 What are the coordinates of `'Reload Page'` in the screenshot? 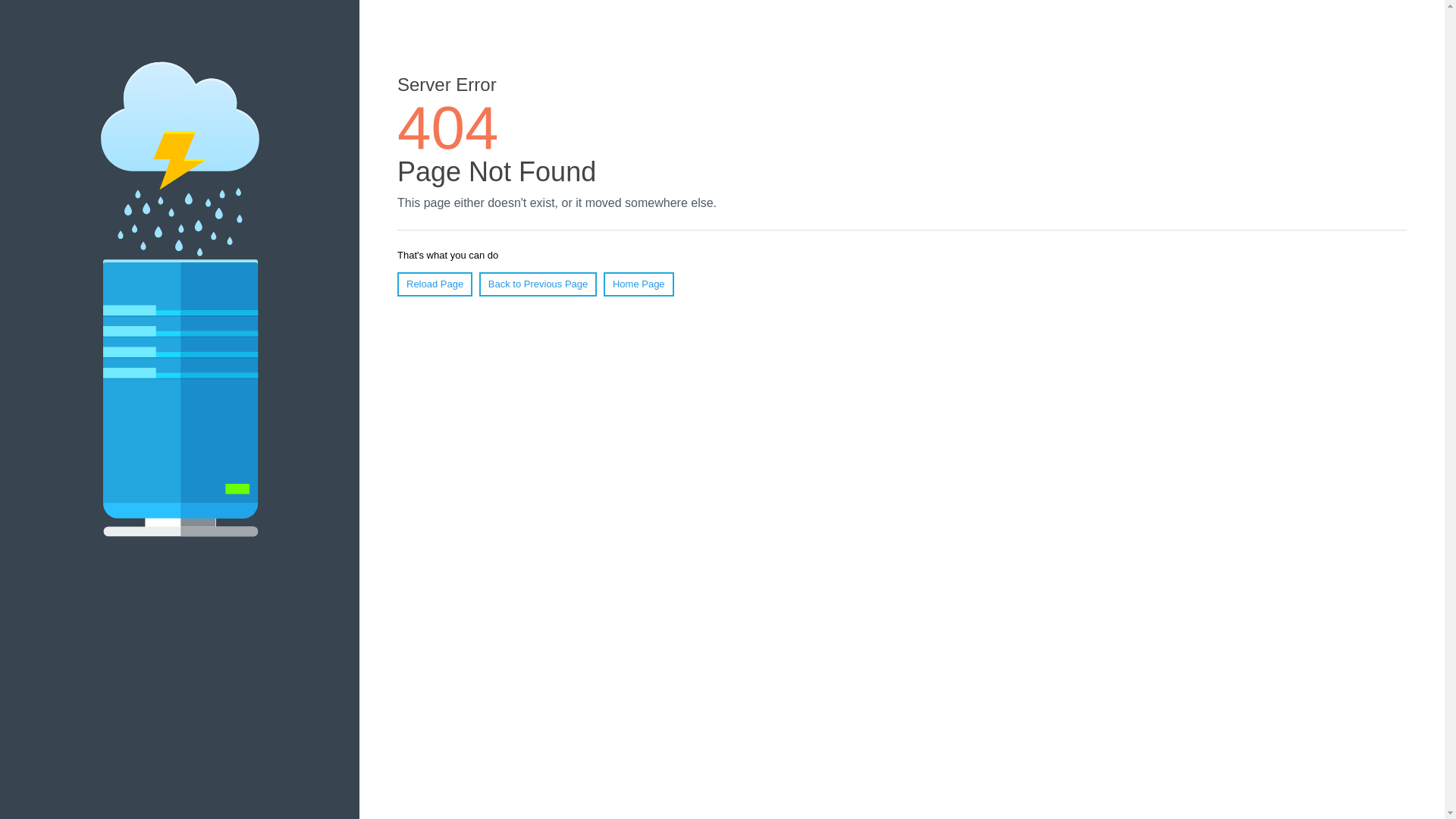 It's located at (434, 284).